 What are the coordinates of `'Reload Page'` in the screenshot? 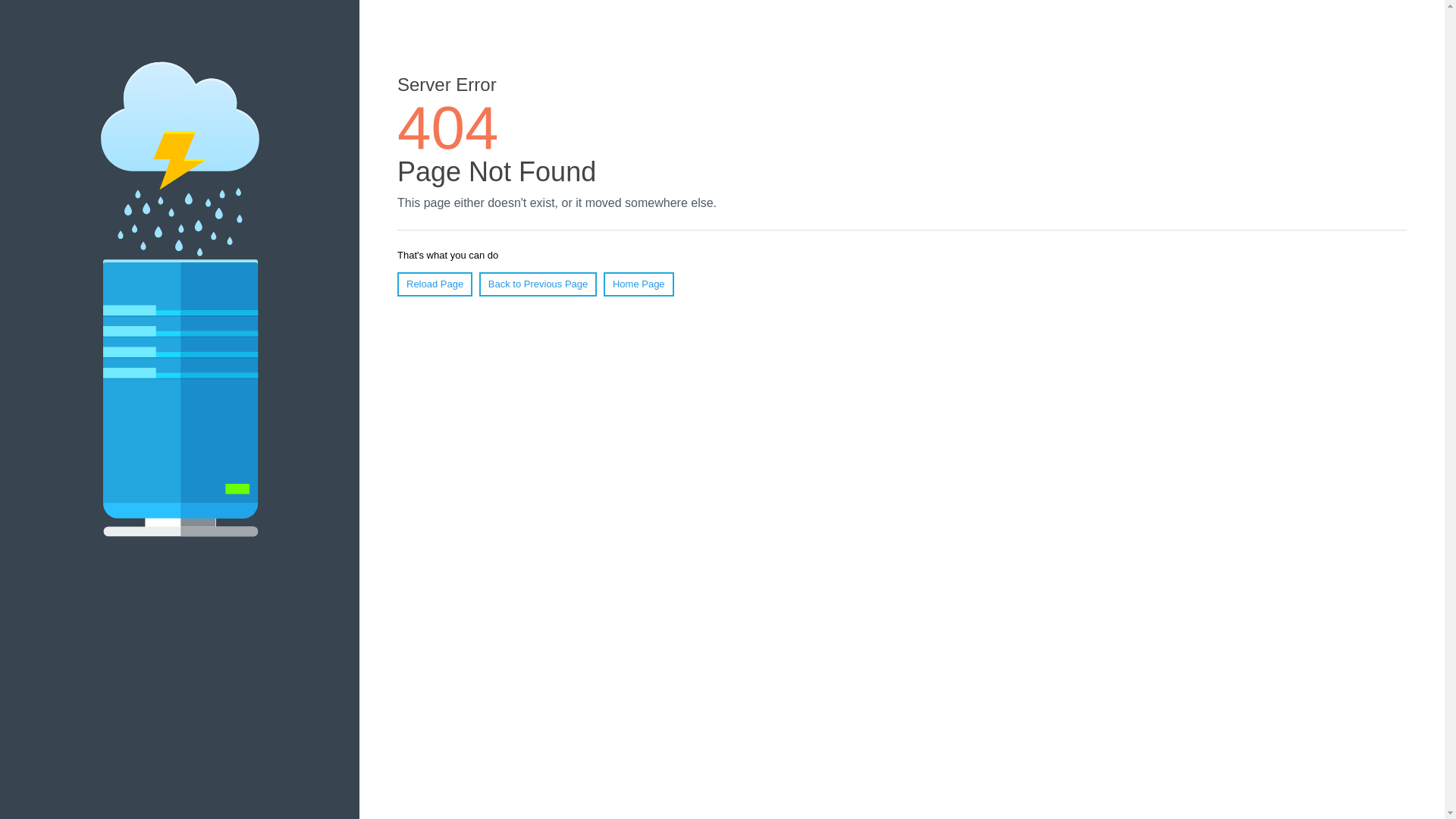 It's located at (434, 284).